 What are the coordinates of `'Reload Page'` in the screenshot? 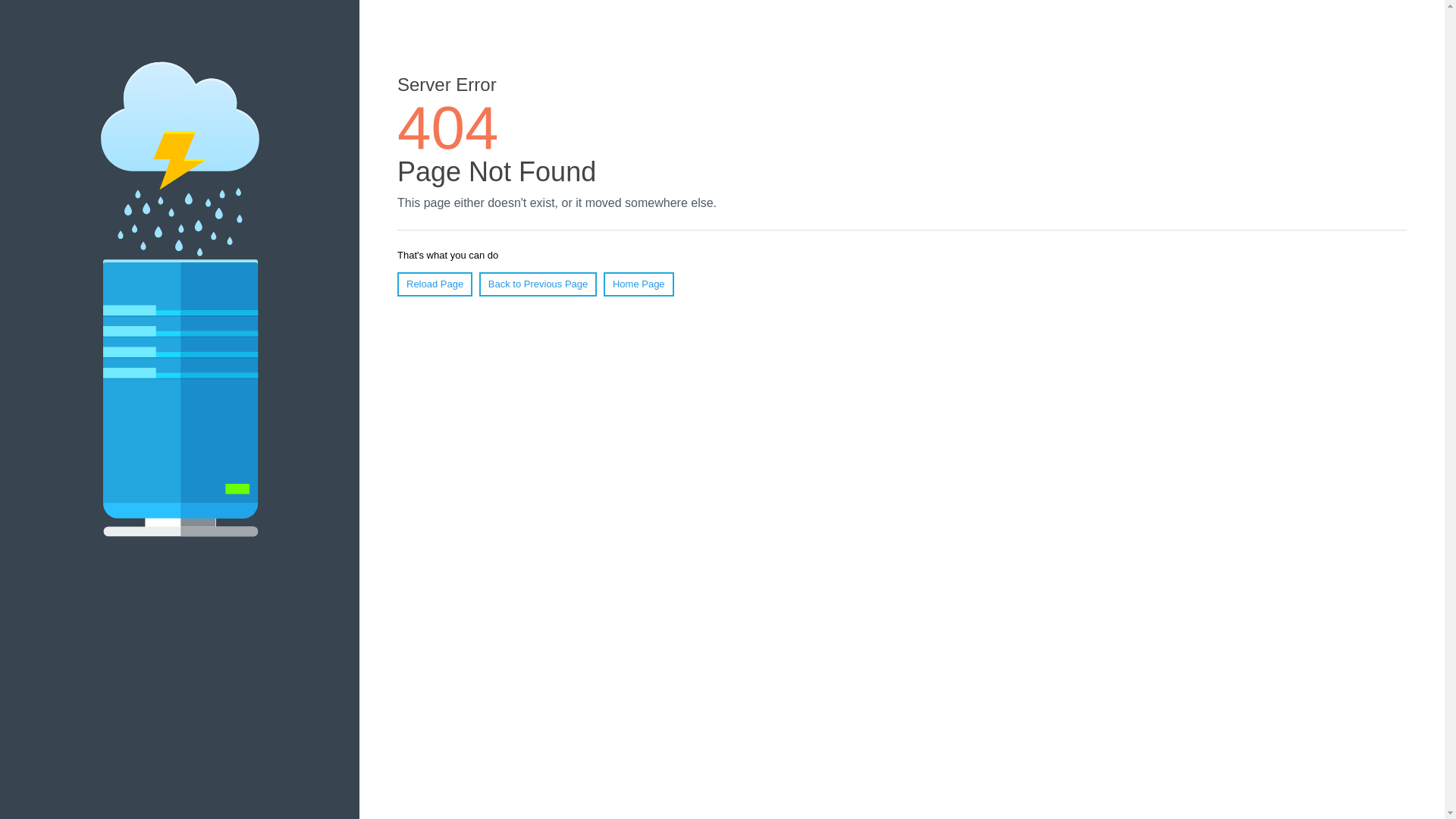 It's located at (434, 284).